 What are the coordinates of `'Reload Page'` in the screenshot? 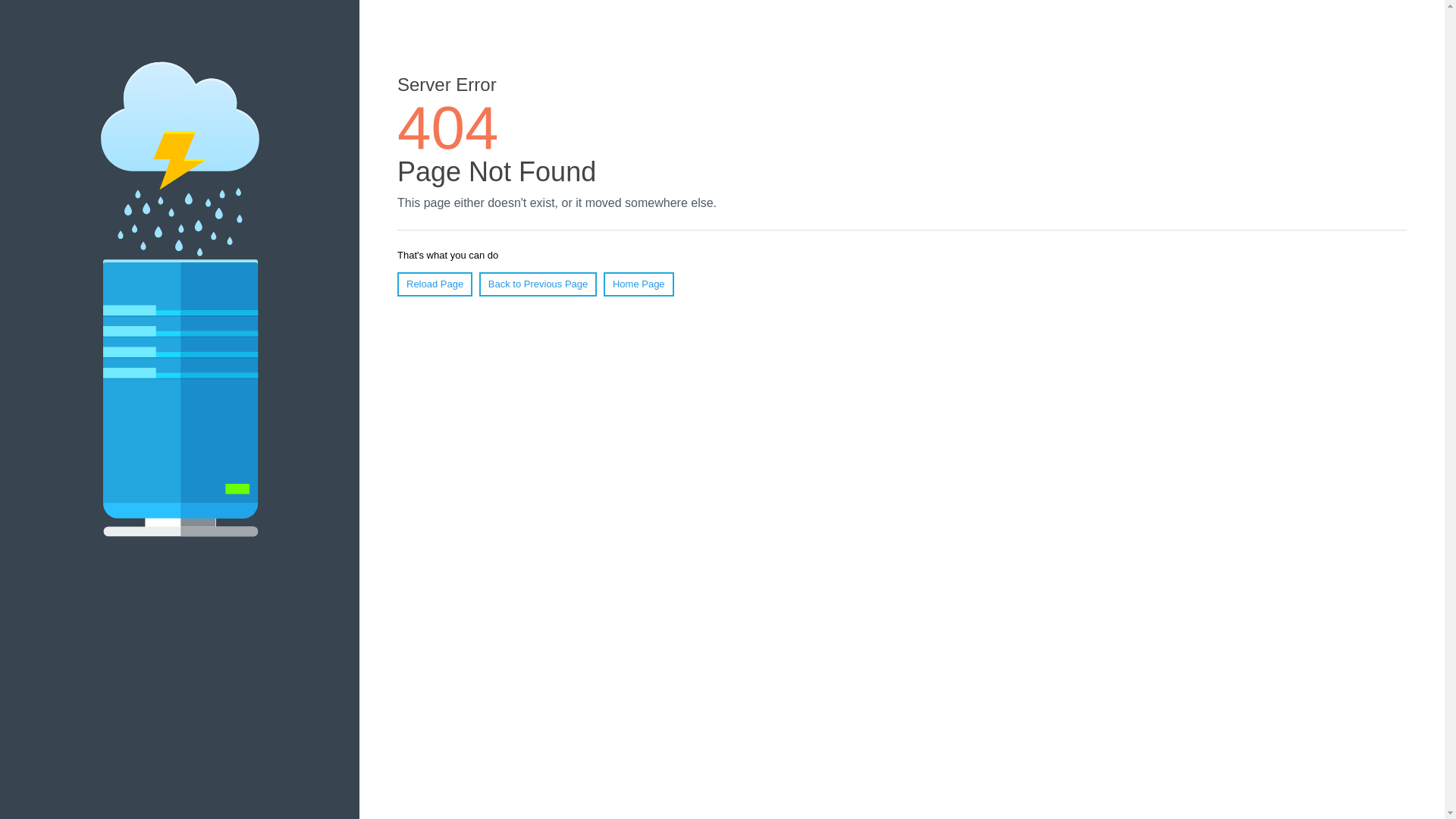 It's located at (434, 284).